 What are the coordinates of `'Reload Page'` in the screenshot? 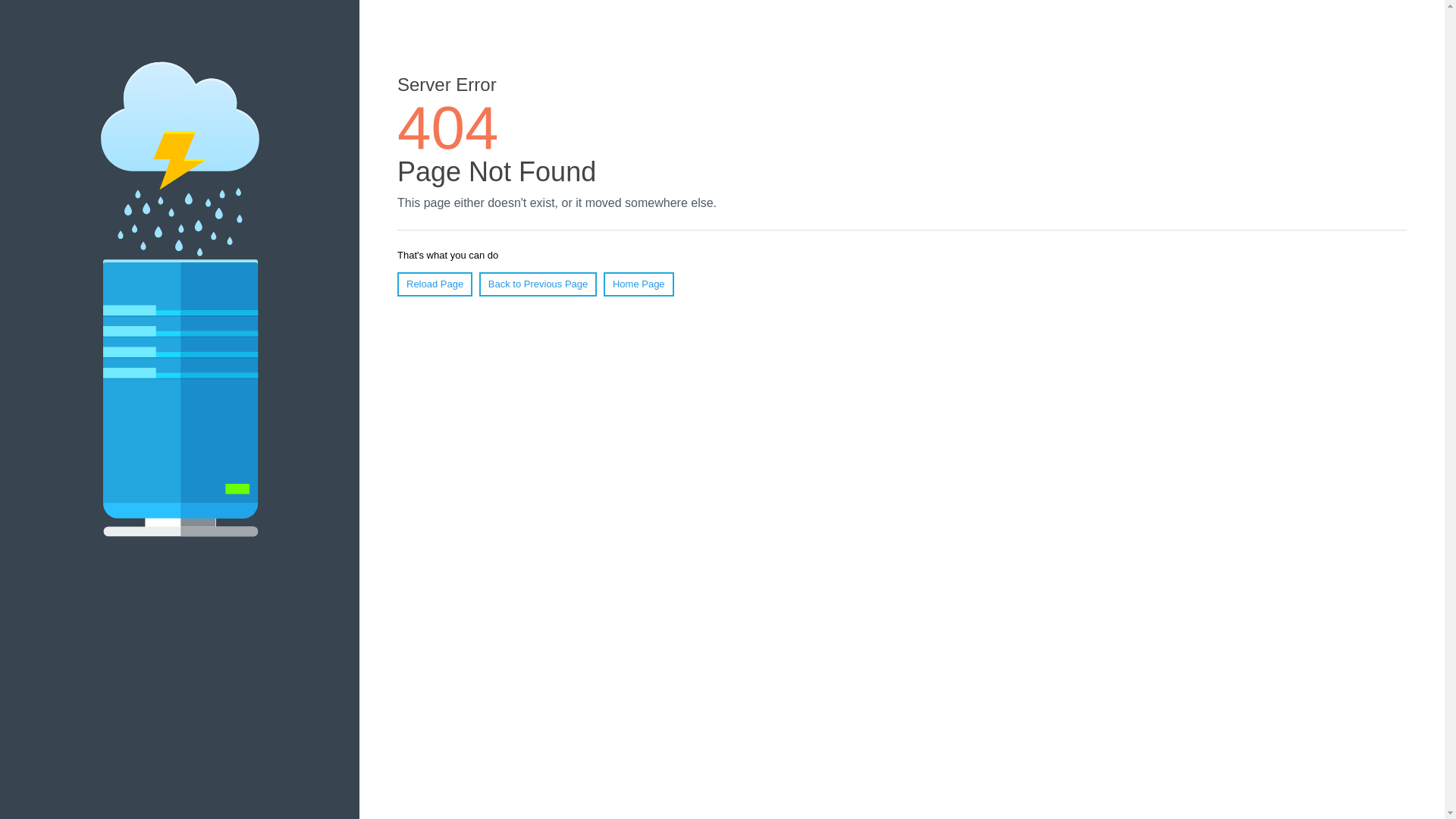 It's located at (434, 284).